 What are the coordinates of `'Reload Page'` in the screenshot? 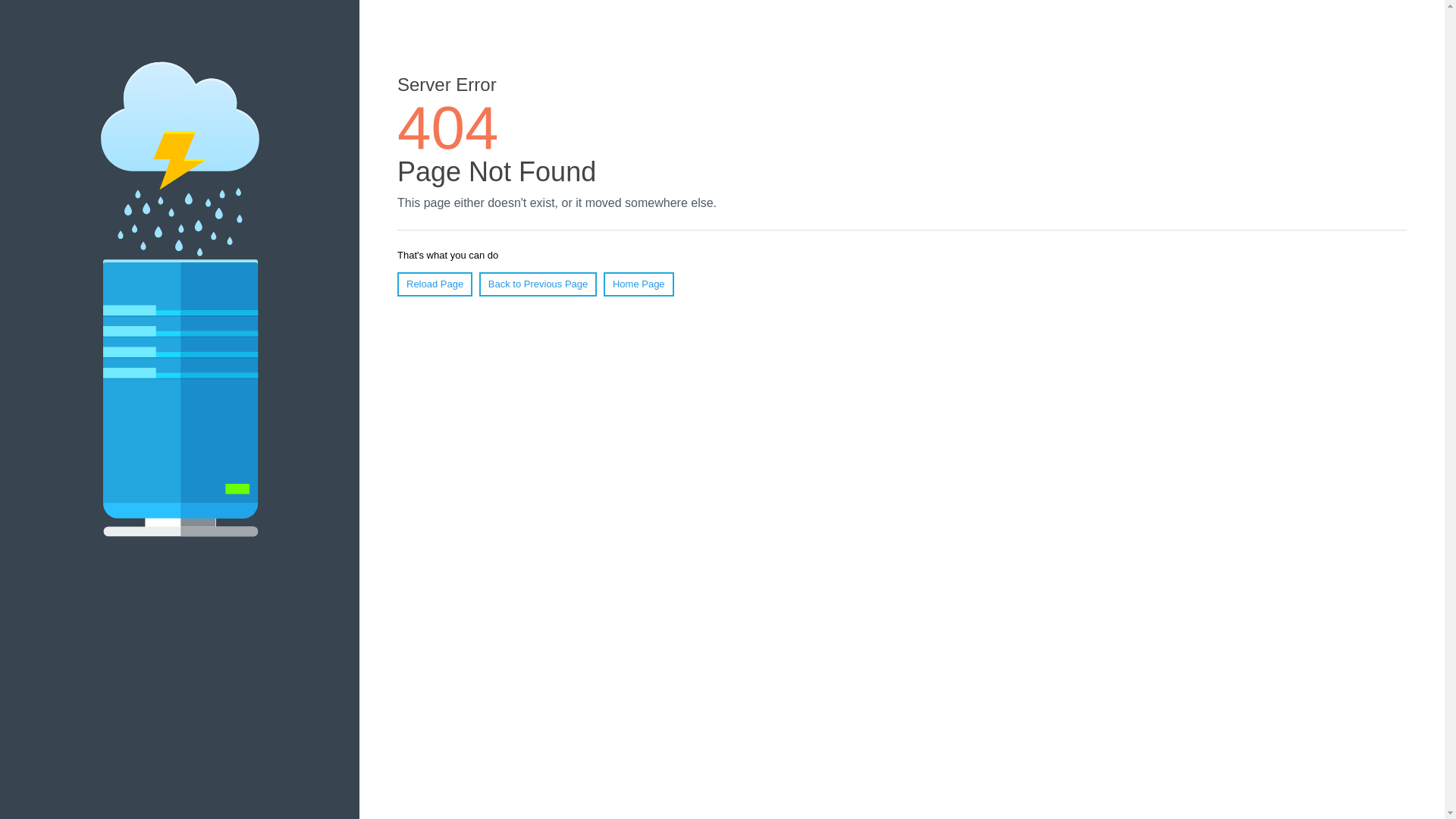 It's located at (434, 284).